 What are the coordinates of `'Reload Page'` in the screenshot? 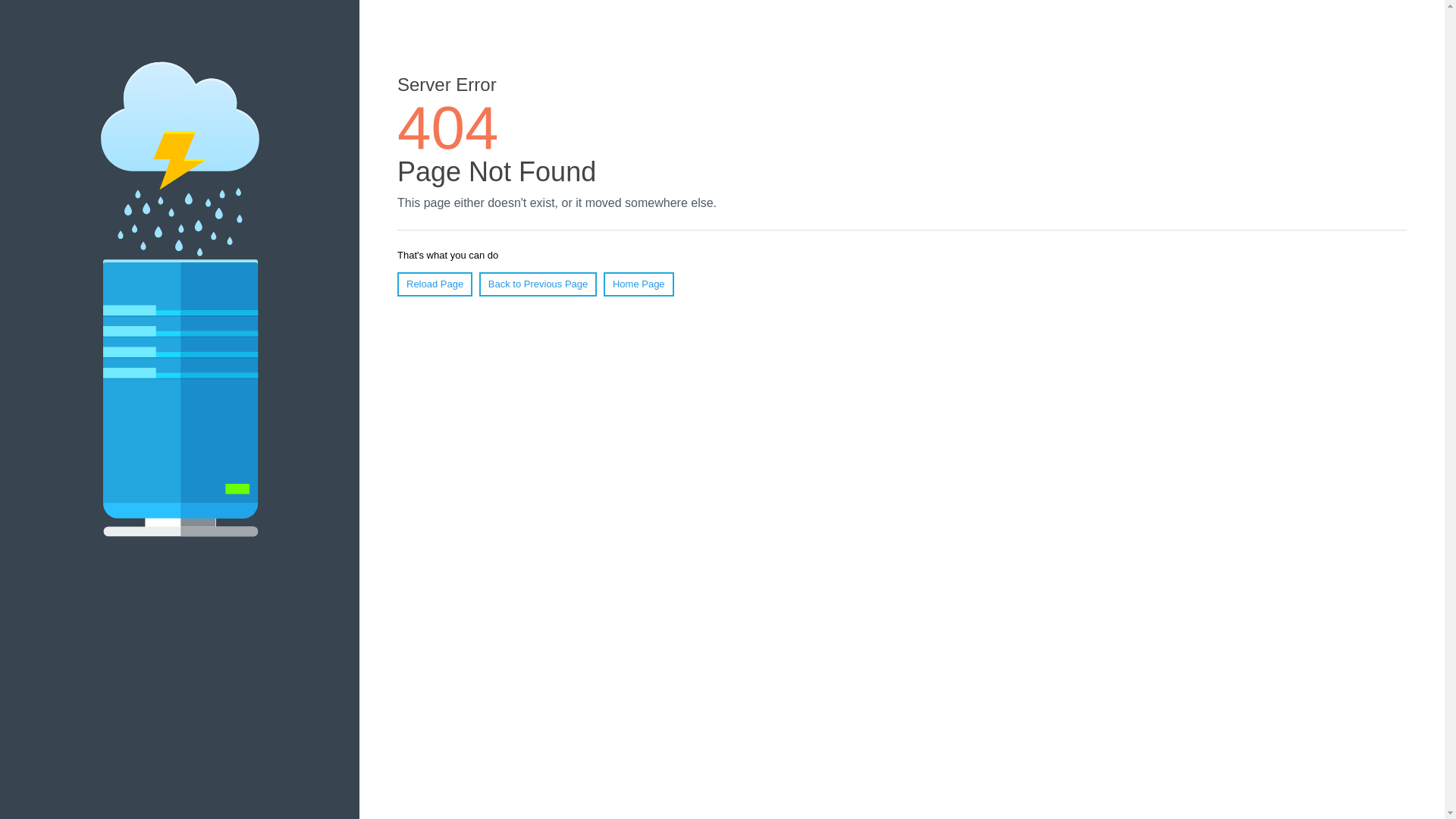 It's located at (434, 284).